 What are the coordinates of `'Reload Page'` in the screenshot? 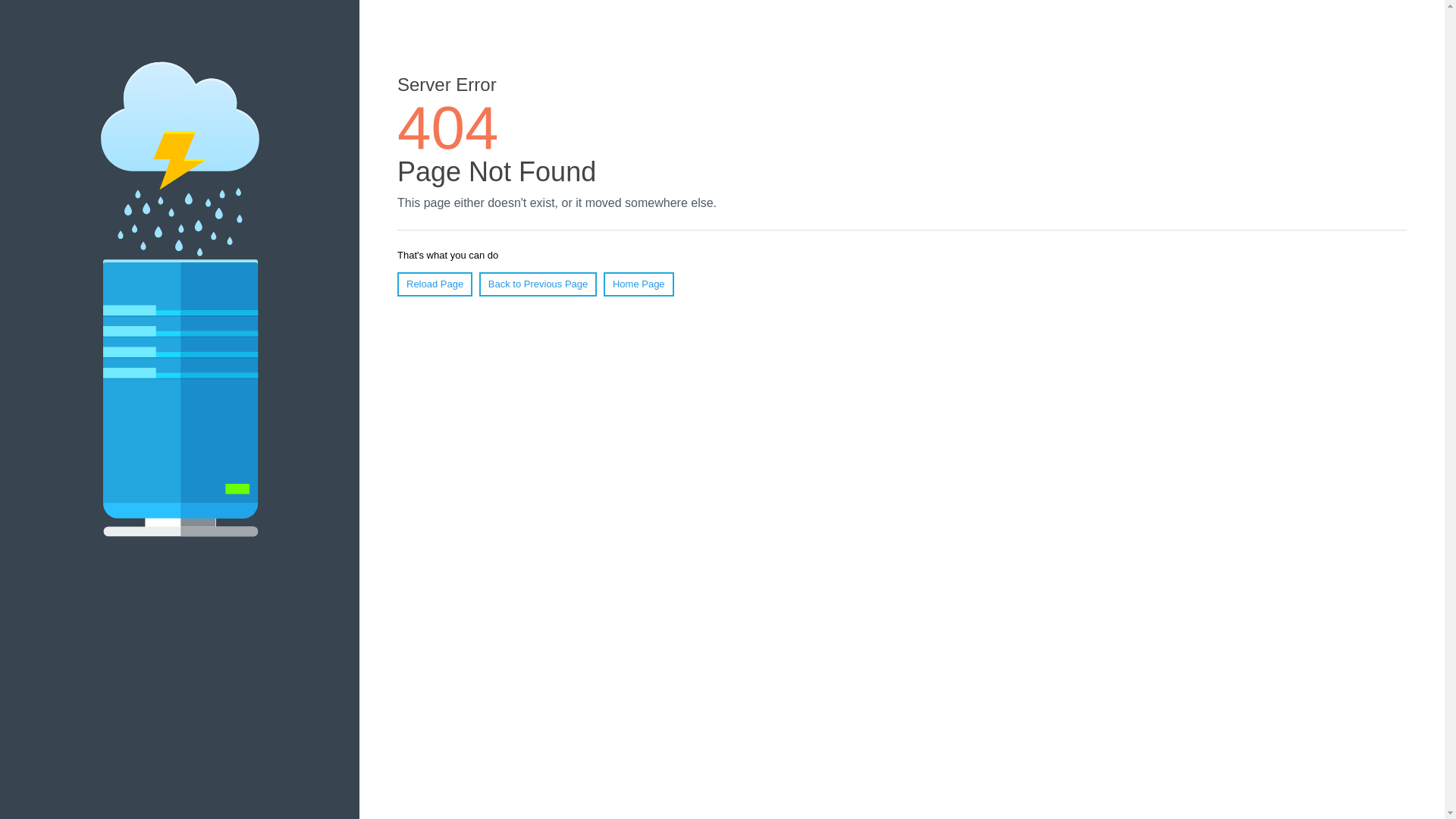 It's located at (434, 284).